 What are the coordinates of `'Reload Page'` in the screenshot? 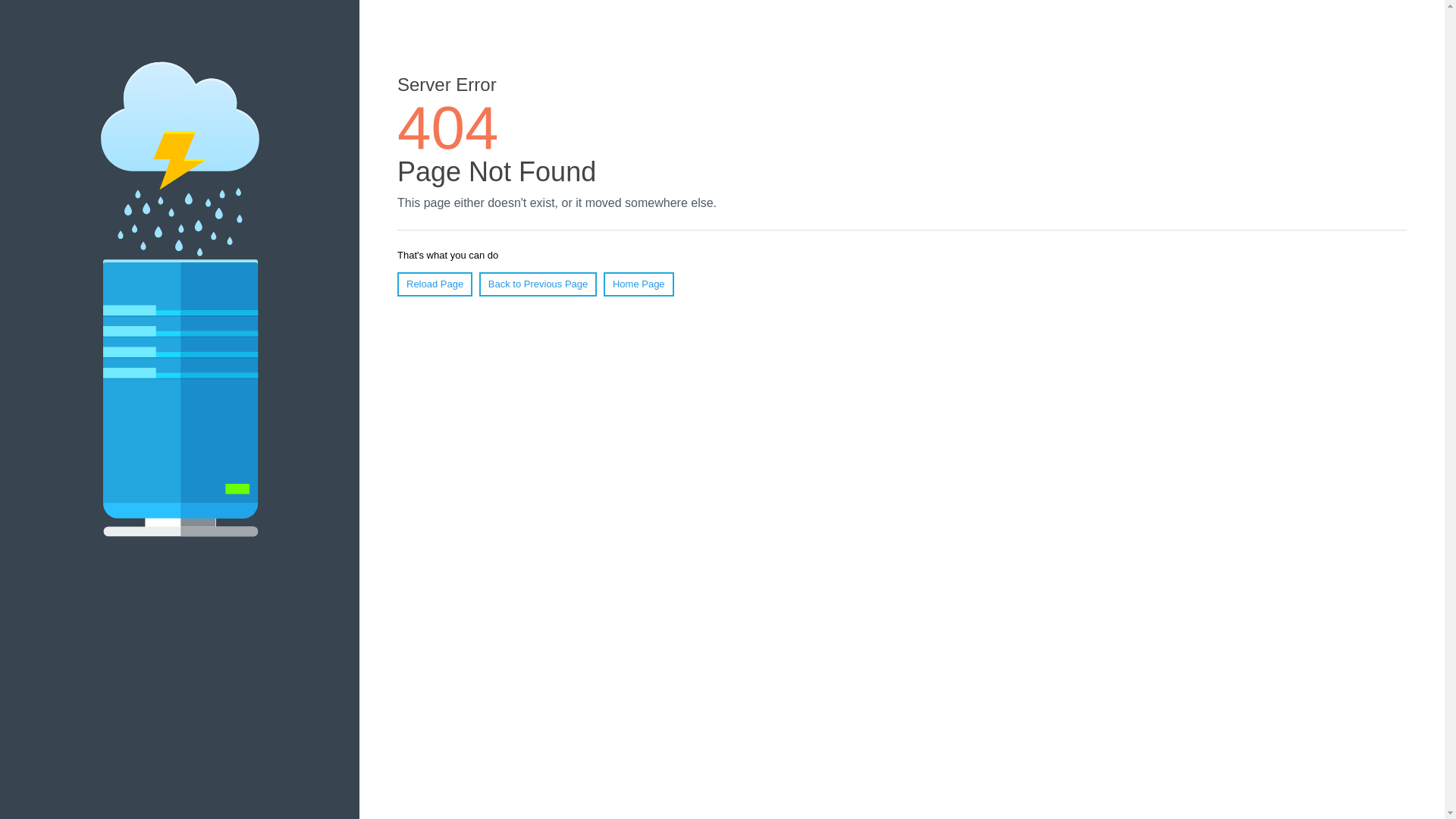 It's located at (434, 284).